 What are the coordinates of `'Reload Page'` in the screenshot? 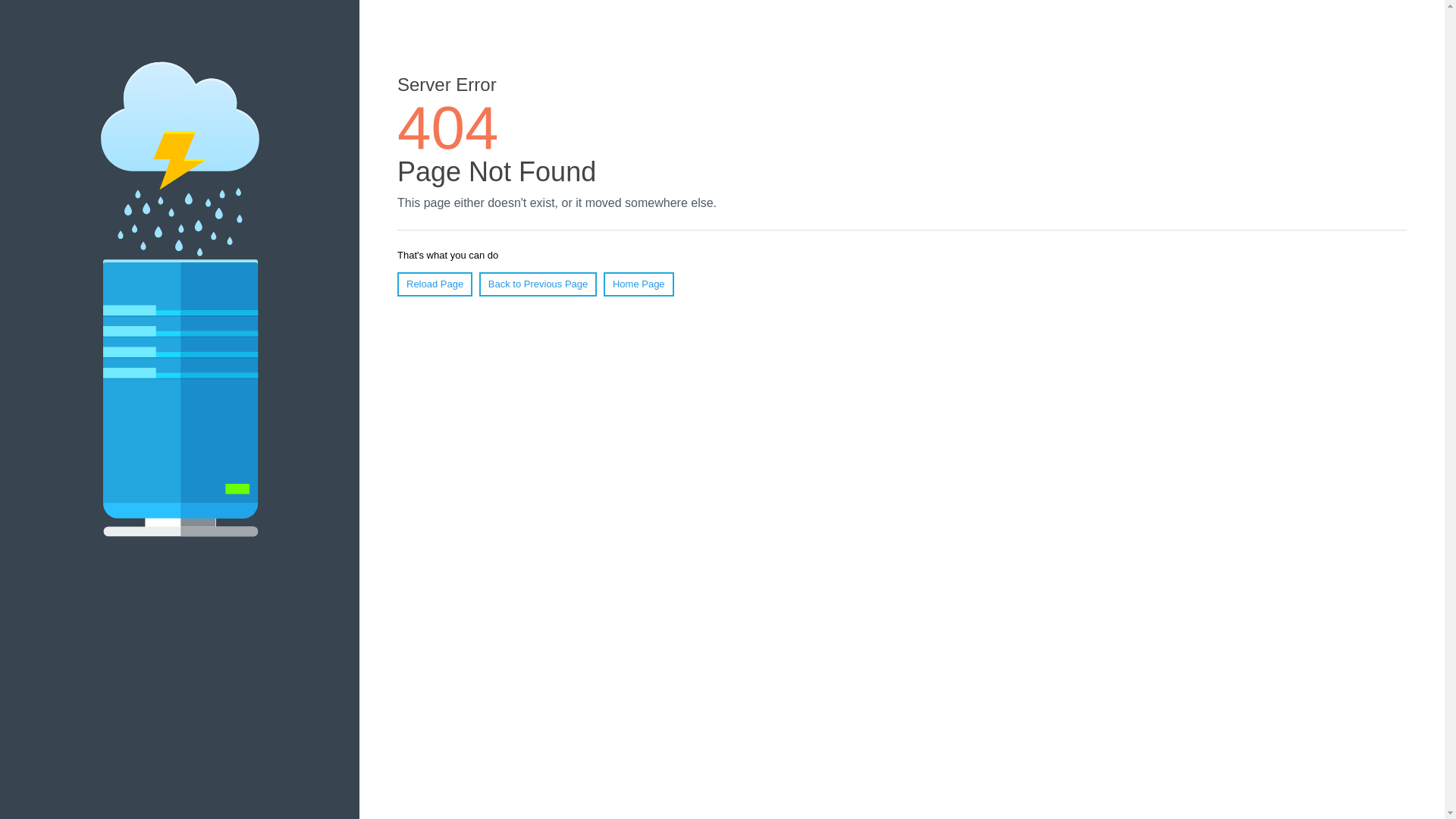 It's located at (434, 284).